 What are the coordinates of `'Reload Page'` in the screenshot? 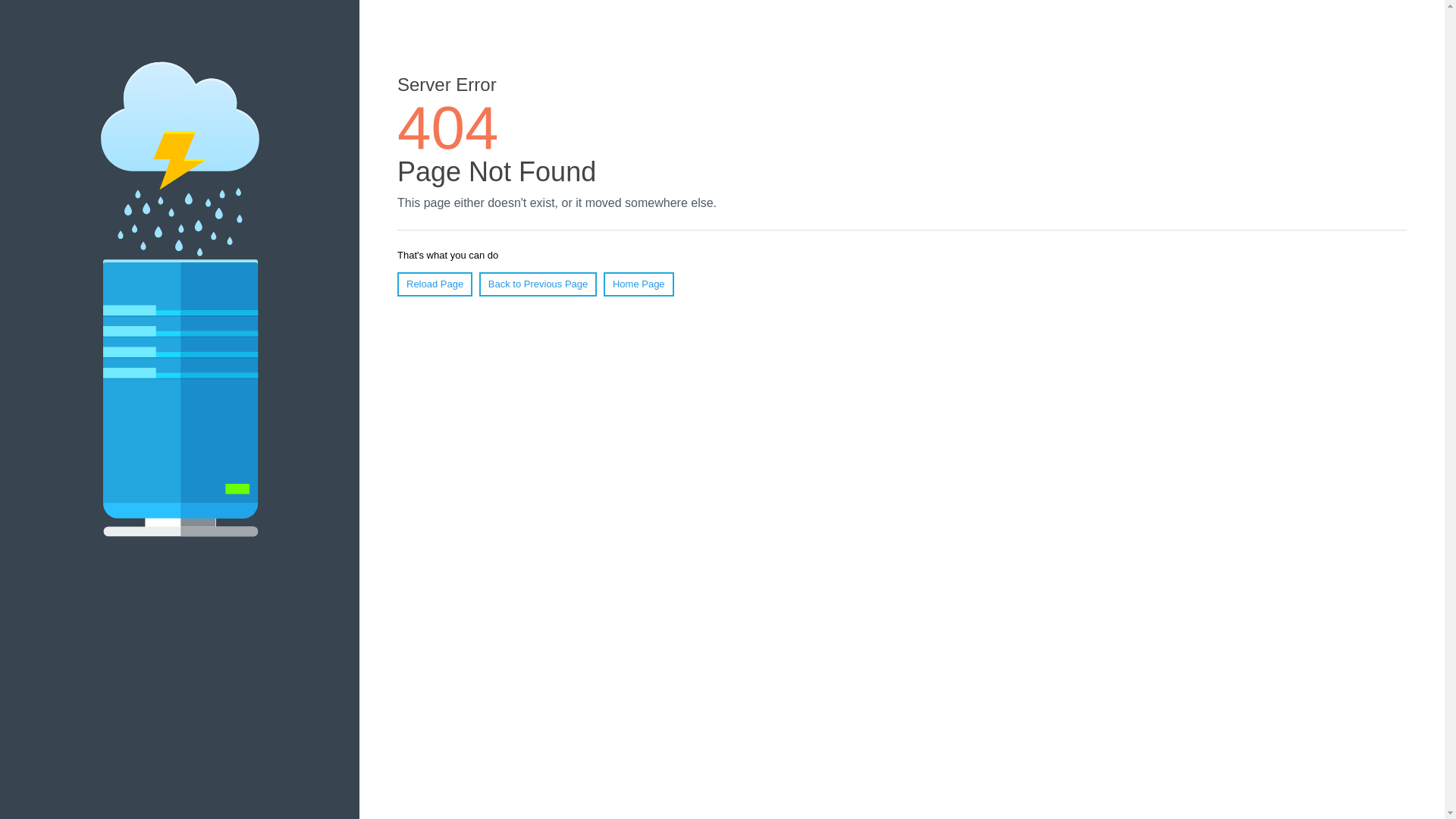 It's located at (434, 284).